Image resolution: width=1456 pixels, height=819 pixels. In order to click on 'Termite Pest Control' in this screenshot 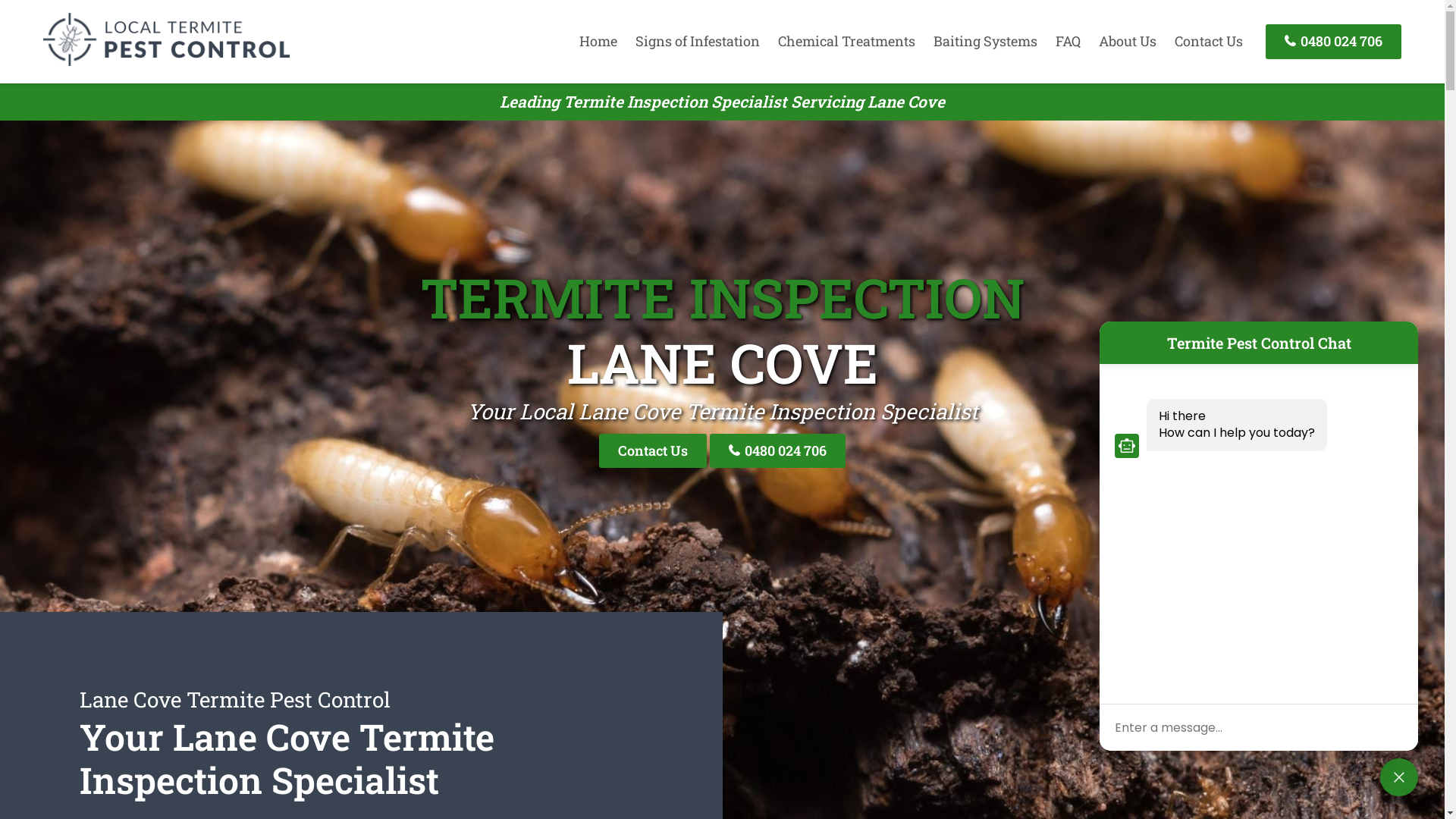, I will do `click(166, 60)`.